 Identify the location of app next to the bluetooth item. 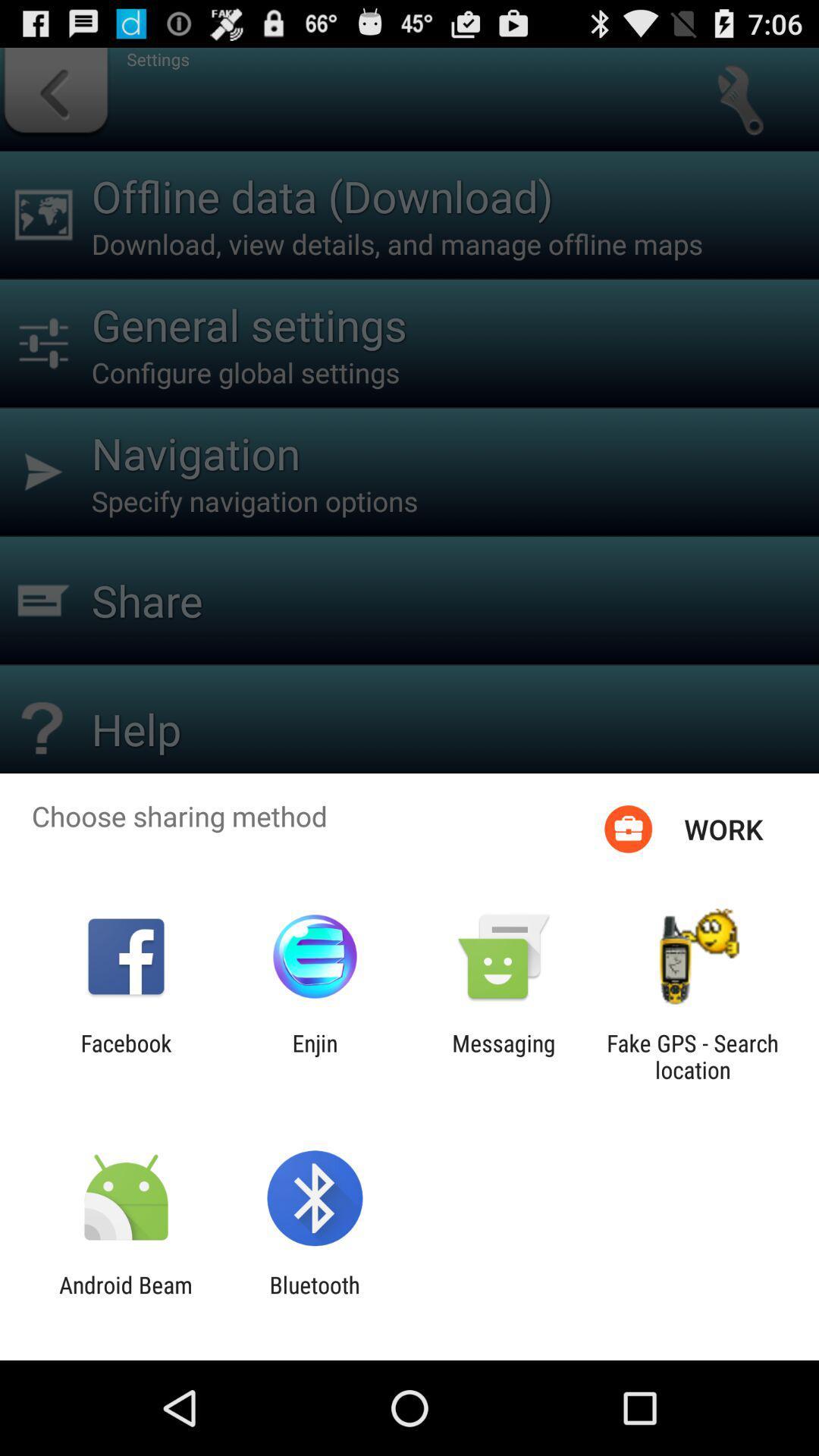
(125, 1298).